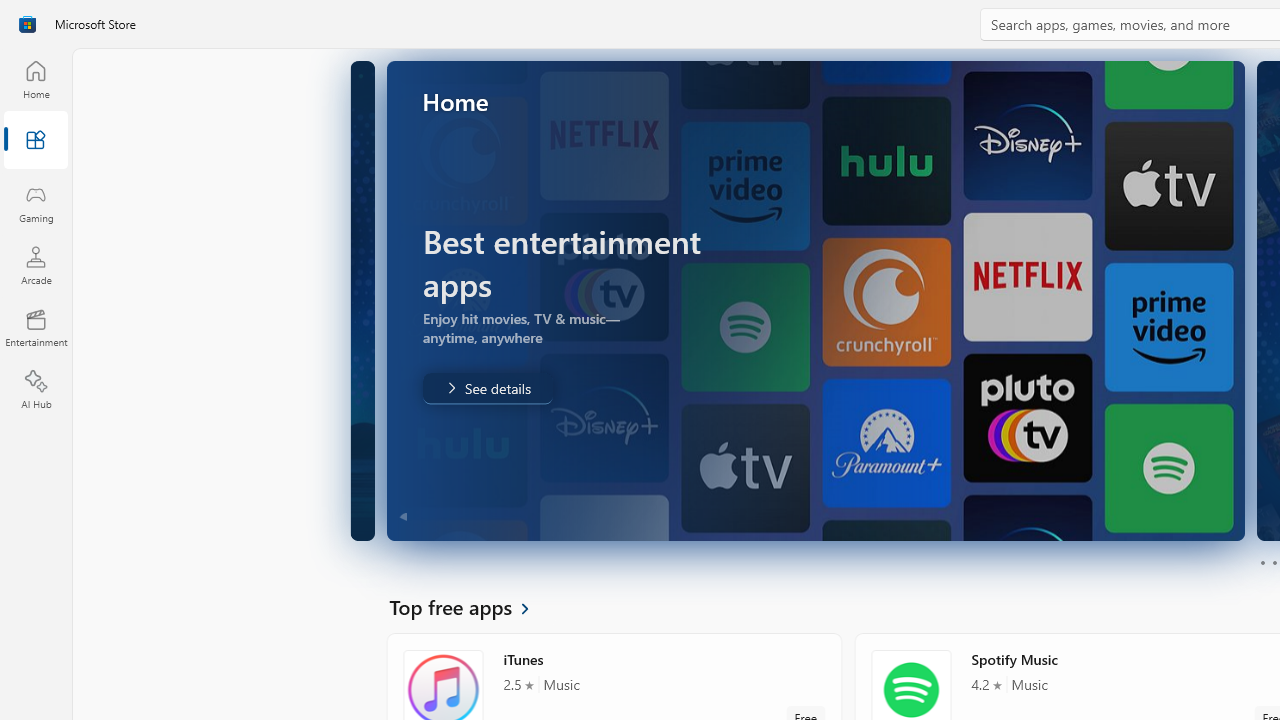 The width and height of the screenshot is (1280, 720). Describe the element at coordinates (35, 264) in the screenshot. I see `'Arcade'` at that location.